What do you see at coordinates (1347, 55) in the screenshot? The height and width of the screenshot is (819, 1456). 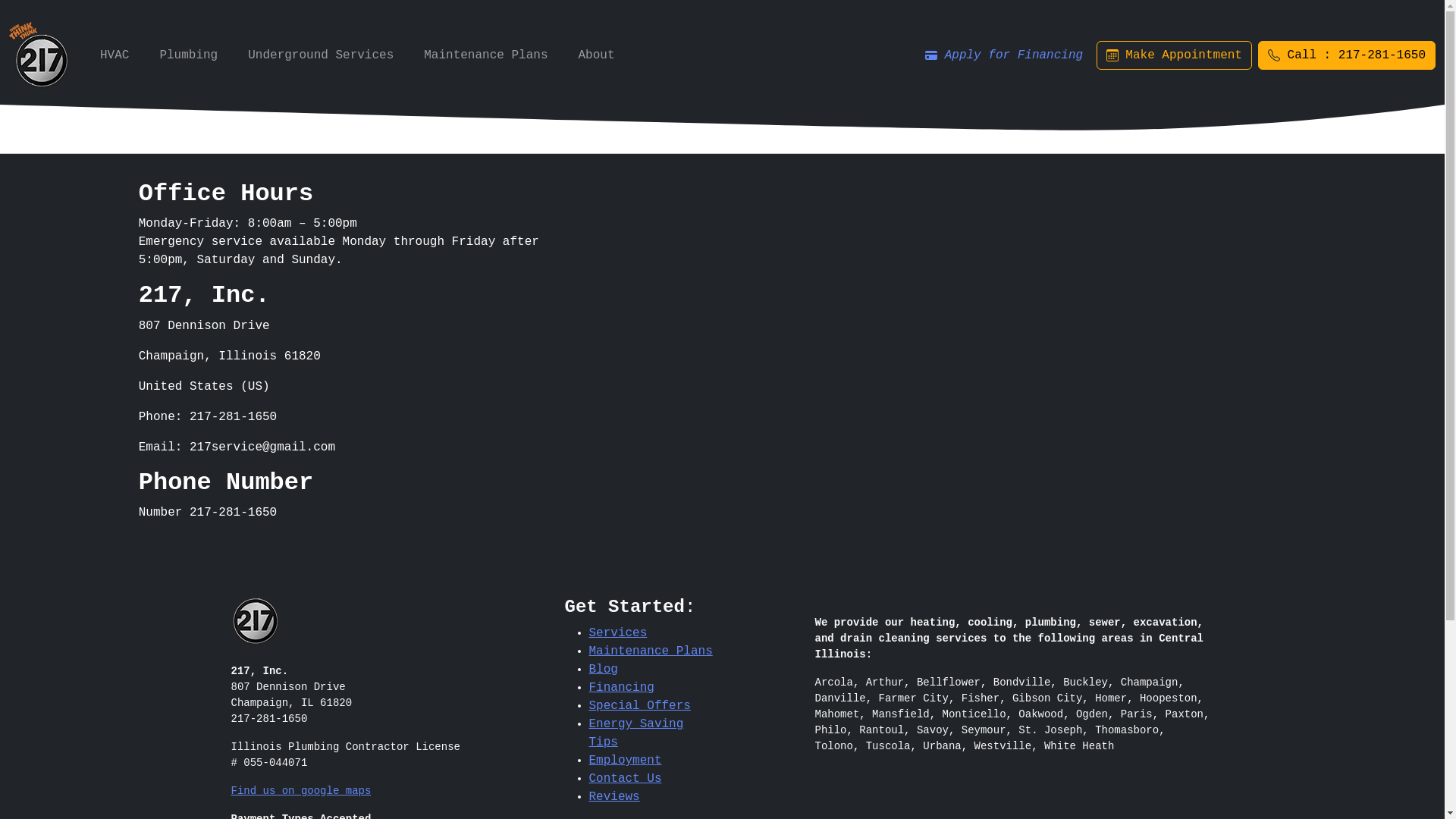 I see `'Call : 217-281-1650'` at bounding box center [1347, 55].